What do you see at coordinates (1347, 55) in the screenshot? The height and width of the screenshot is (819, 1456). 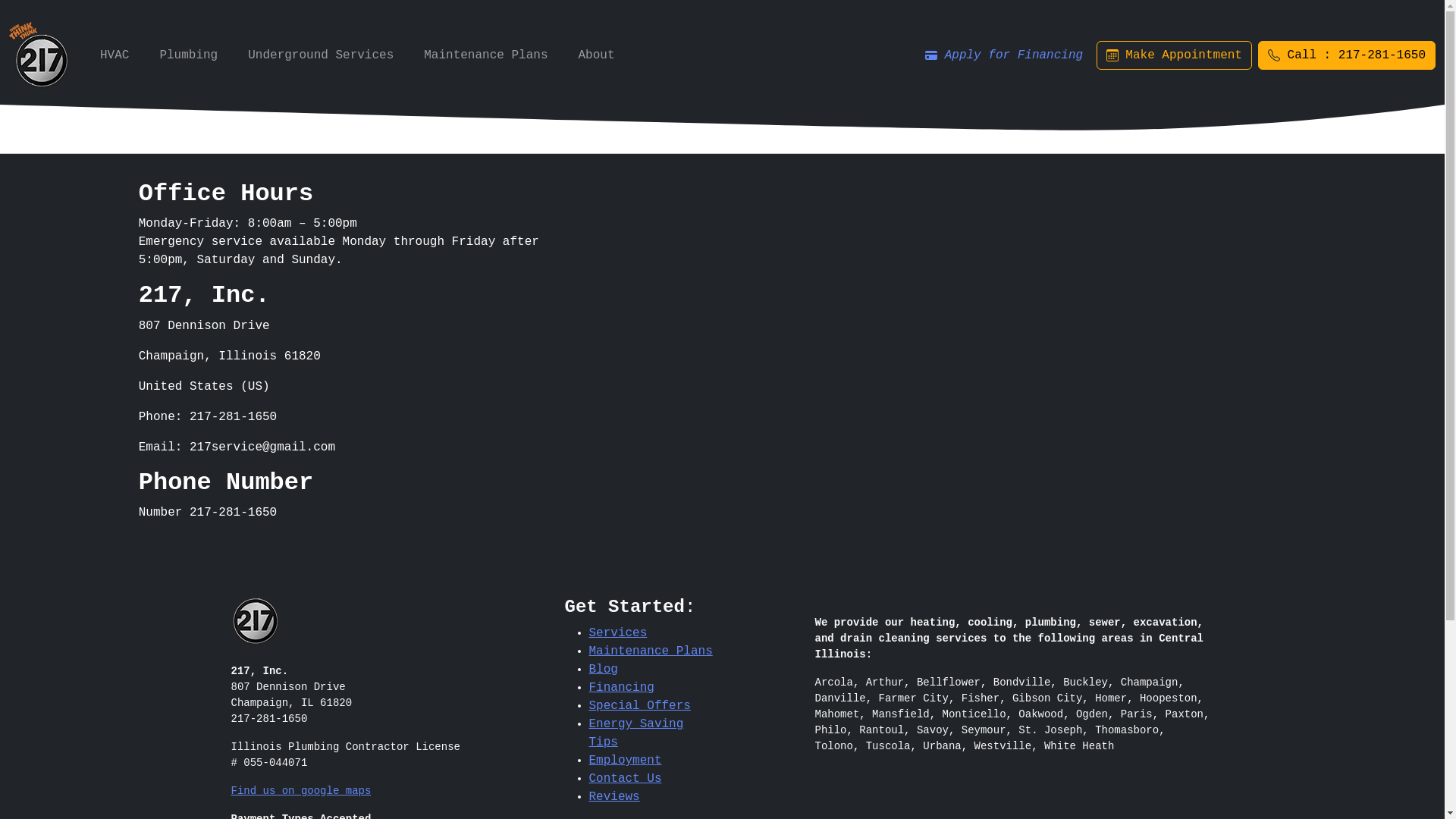 I see `'Call : 217-281-1650'` at bounding box center [1347, 55].